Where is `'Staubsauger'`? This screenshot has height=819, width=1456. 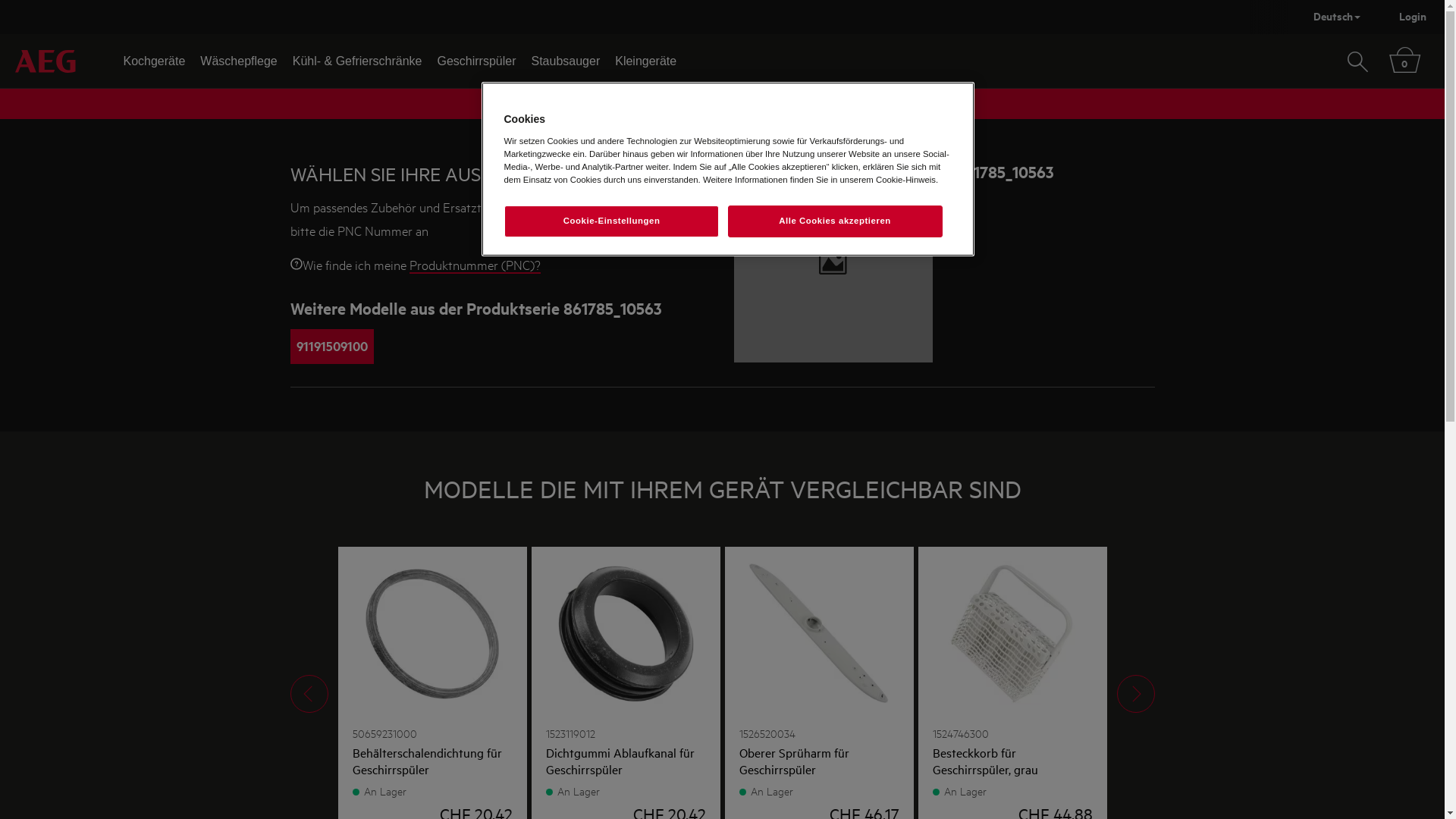
'Staubsauger' is located at coordinates (523, 61).